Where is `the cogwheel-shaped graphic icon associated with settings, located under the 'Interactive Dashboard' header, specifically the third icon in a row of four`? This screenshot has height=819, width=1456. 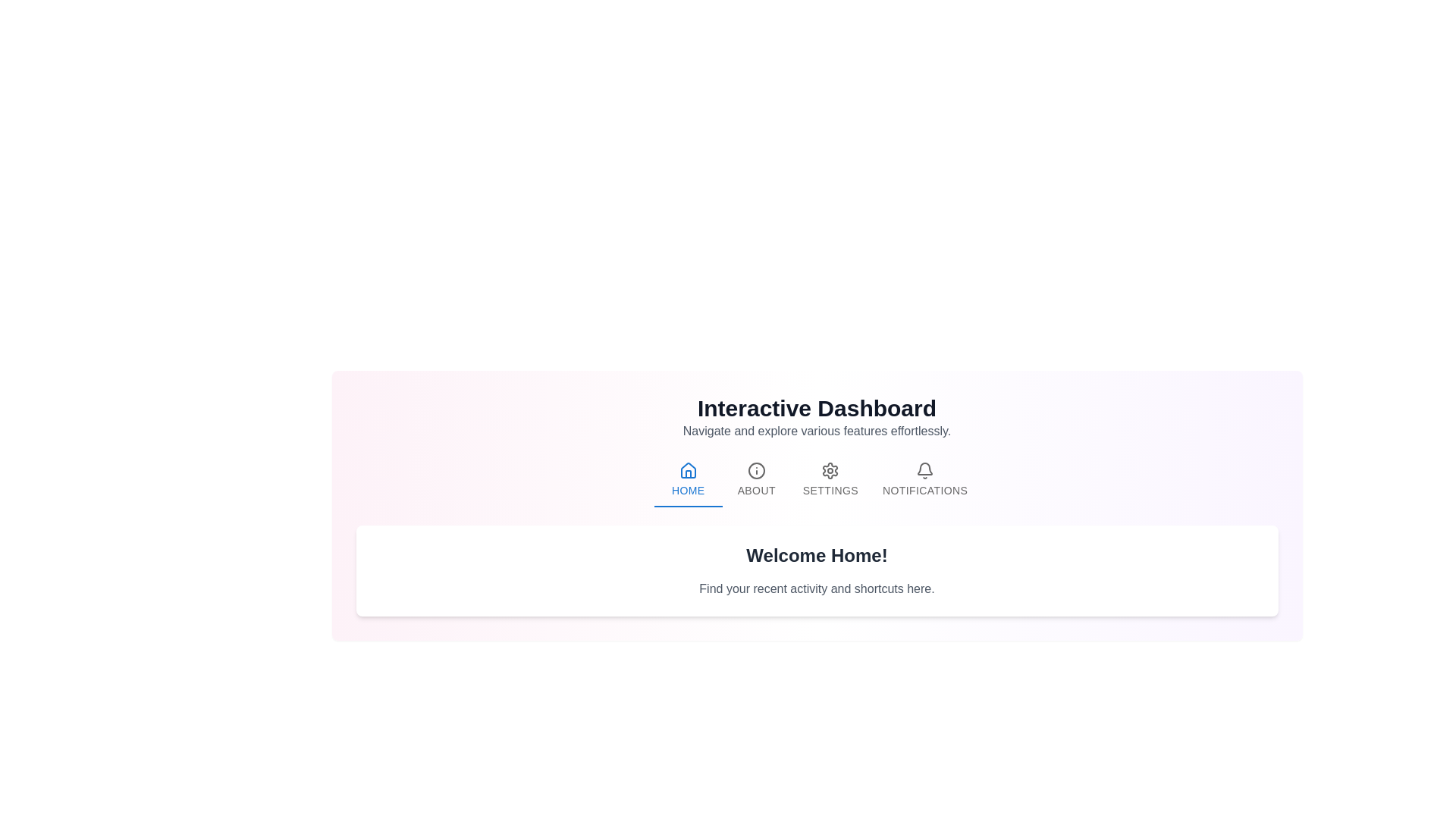
the cogwheel-shaped graphic icon associated with settings, located under the 'Interactive Dashboard' header, specifically the third icon in a row of four is located at coordinates (830, 470).